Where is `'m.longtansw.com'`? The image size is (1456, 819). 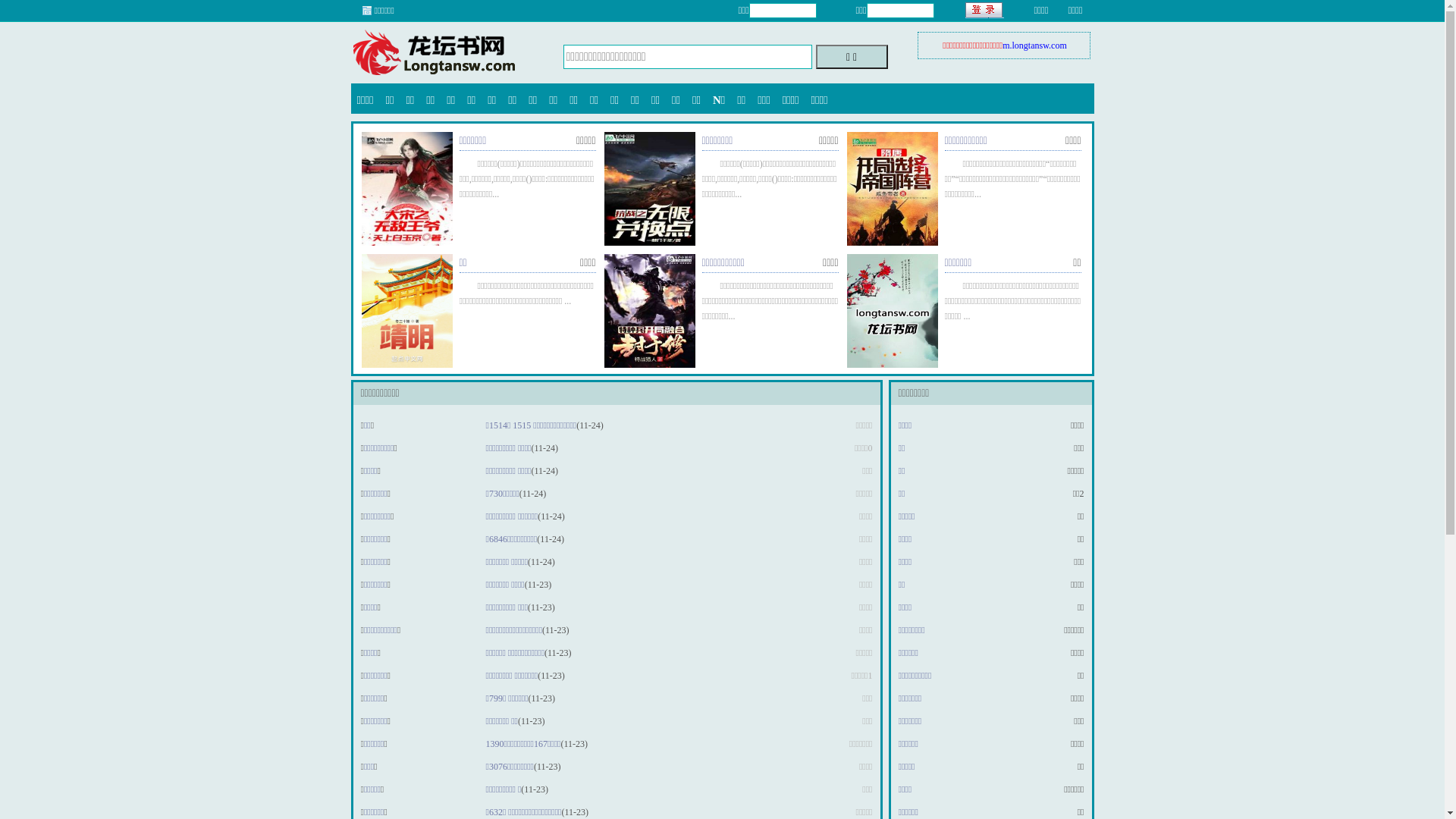
'm.longtansw.com' is located at coordinates (1034, 45).